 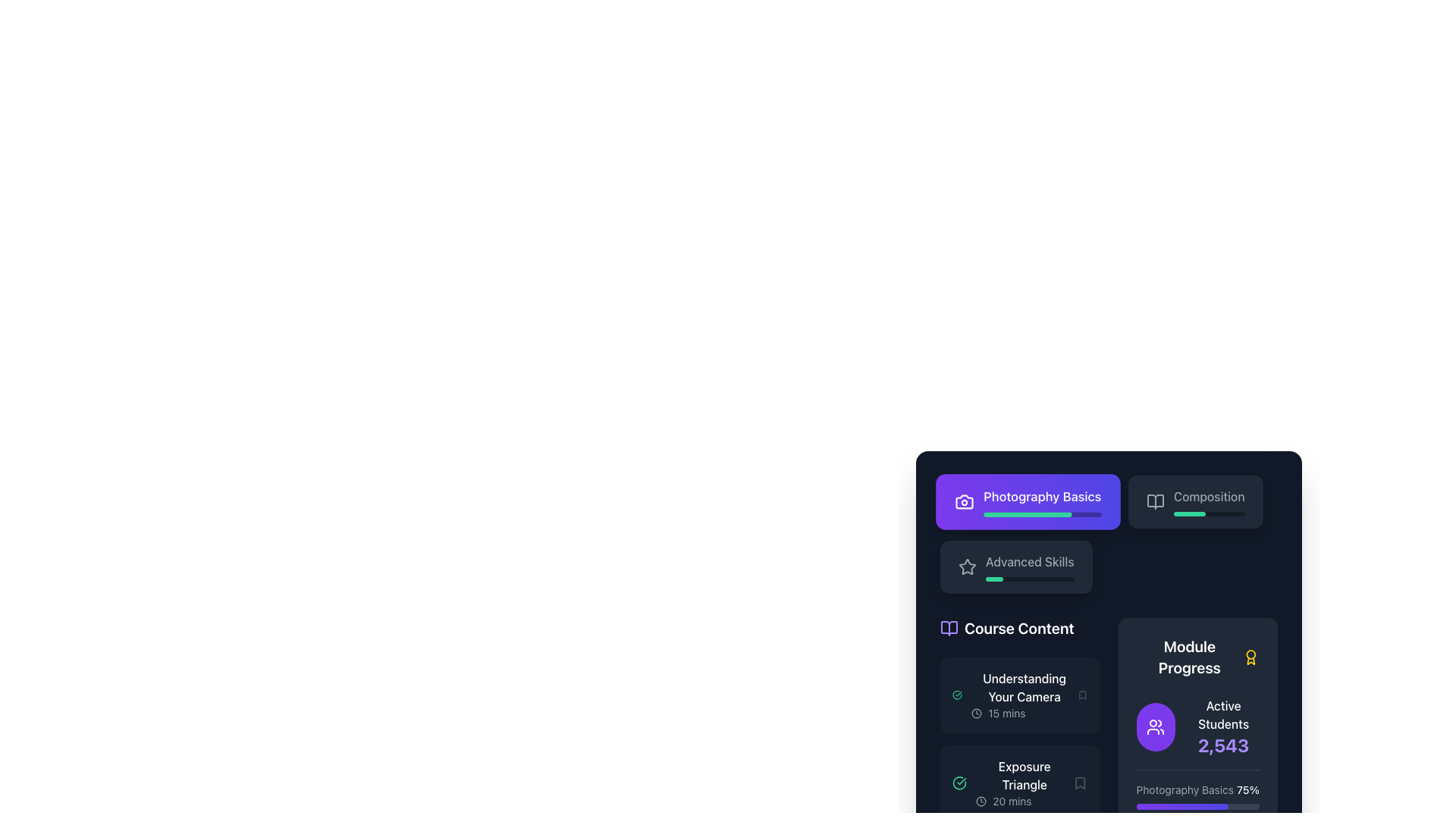 What do you see at coordinates (1079, 783) in the screenshot?
I see `the stylized bookmark icon within the 'Module Progress' section, located adjacent to the numerical text '2,543'` at bounding box center [1079, 783].